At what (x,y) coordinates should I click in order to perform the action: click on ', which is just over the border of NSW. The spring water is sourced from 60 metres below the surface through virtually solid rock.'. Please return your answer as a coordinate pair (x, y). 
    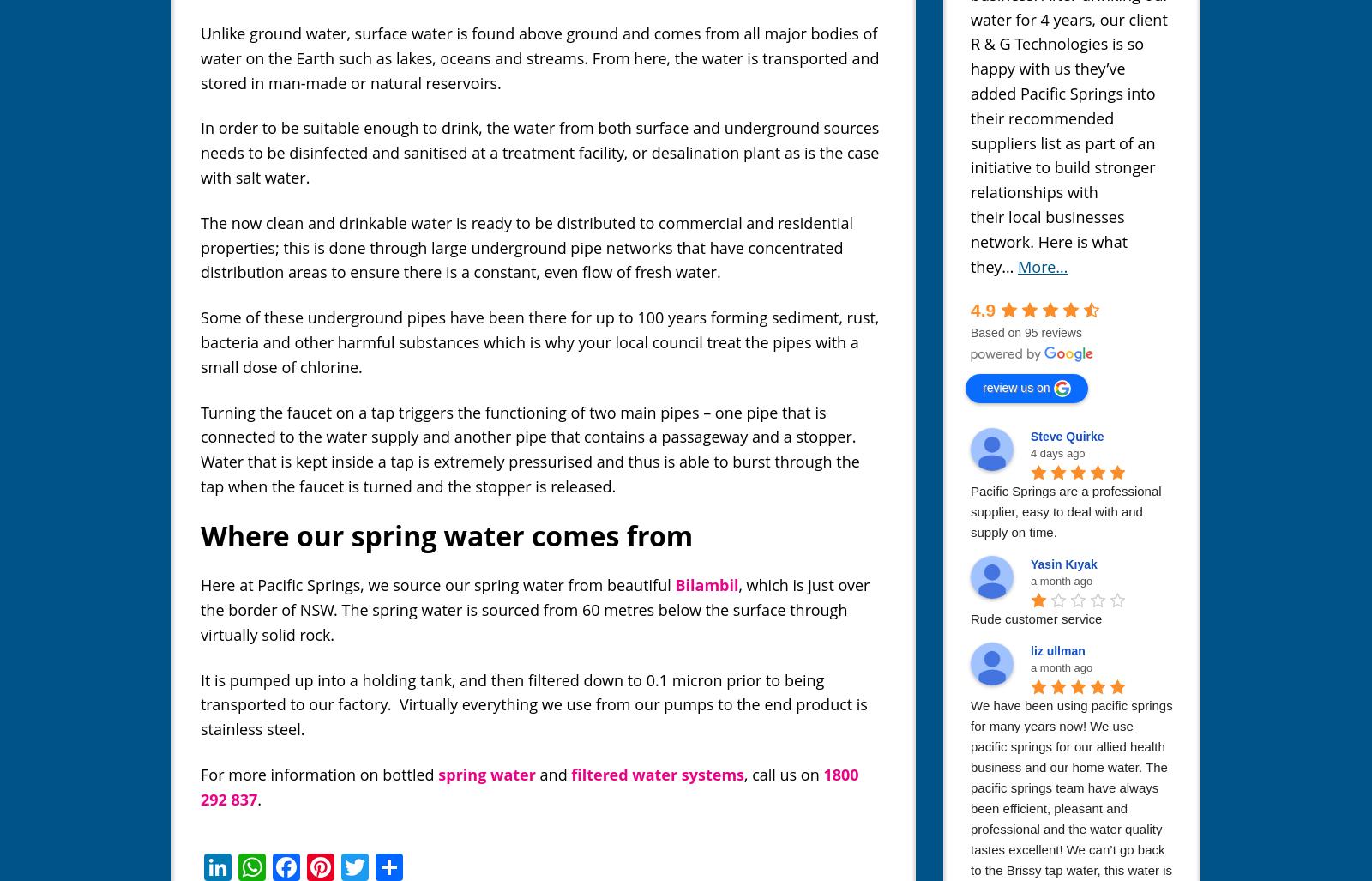
    Looking at the image, I should click on (535, 609).